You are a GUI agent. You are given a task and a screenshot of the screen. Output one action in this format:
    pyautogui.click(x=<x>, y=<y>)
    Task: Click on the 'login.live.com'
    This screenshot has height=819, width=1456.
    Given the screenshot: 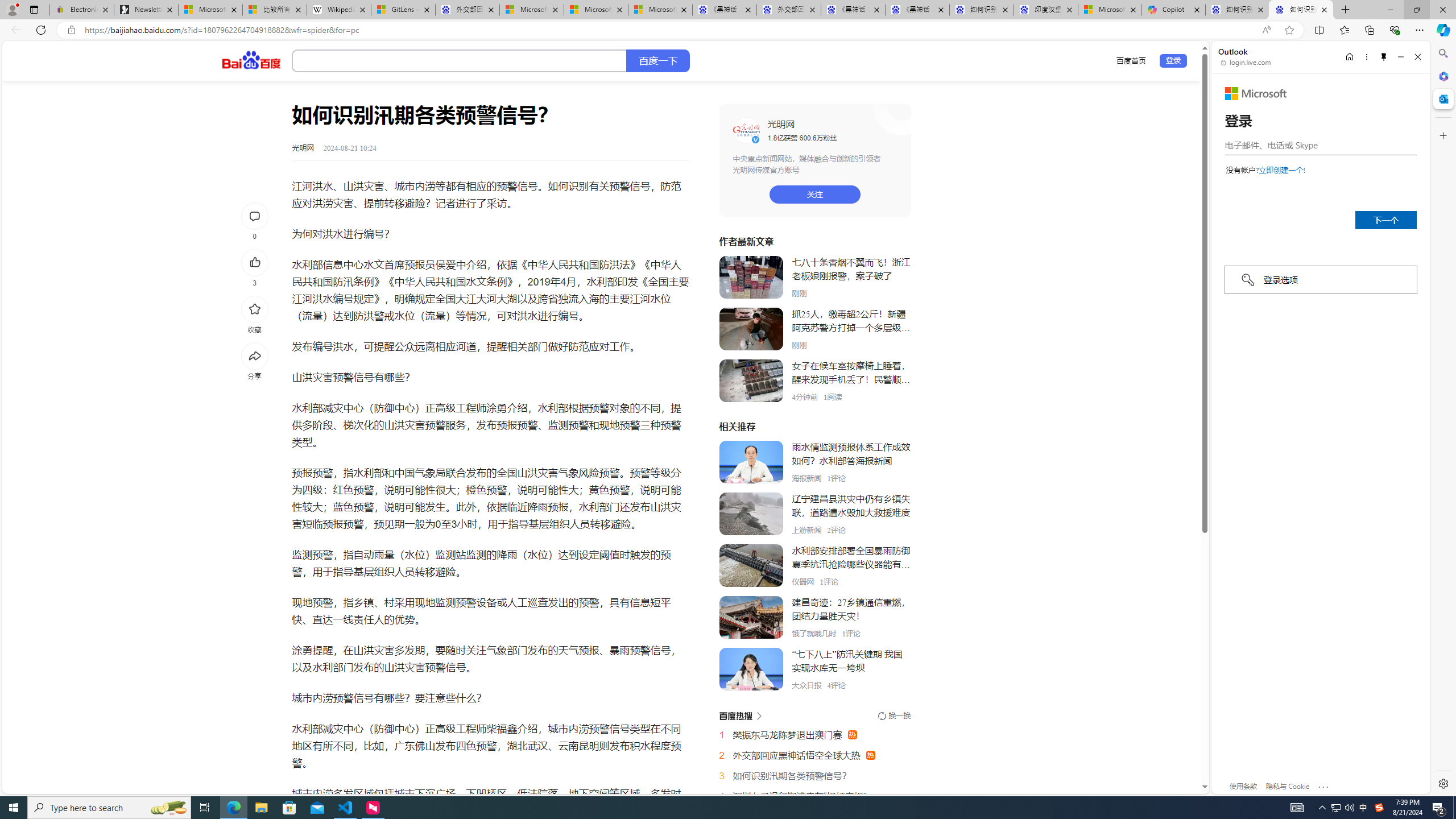 What is the action you would take?
    pyautogui.click(x=1246, y=61)
    